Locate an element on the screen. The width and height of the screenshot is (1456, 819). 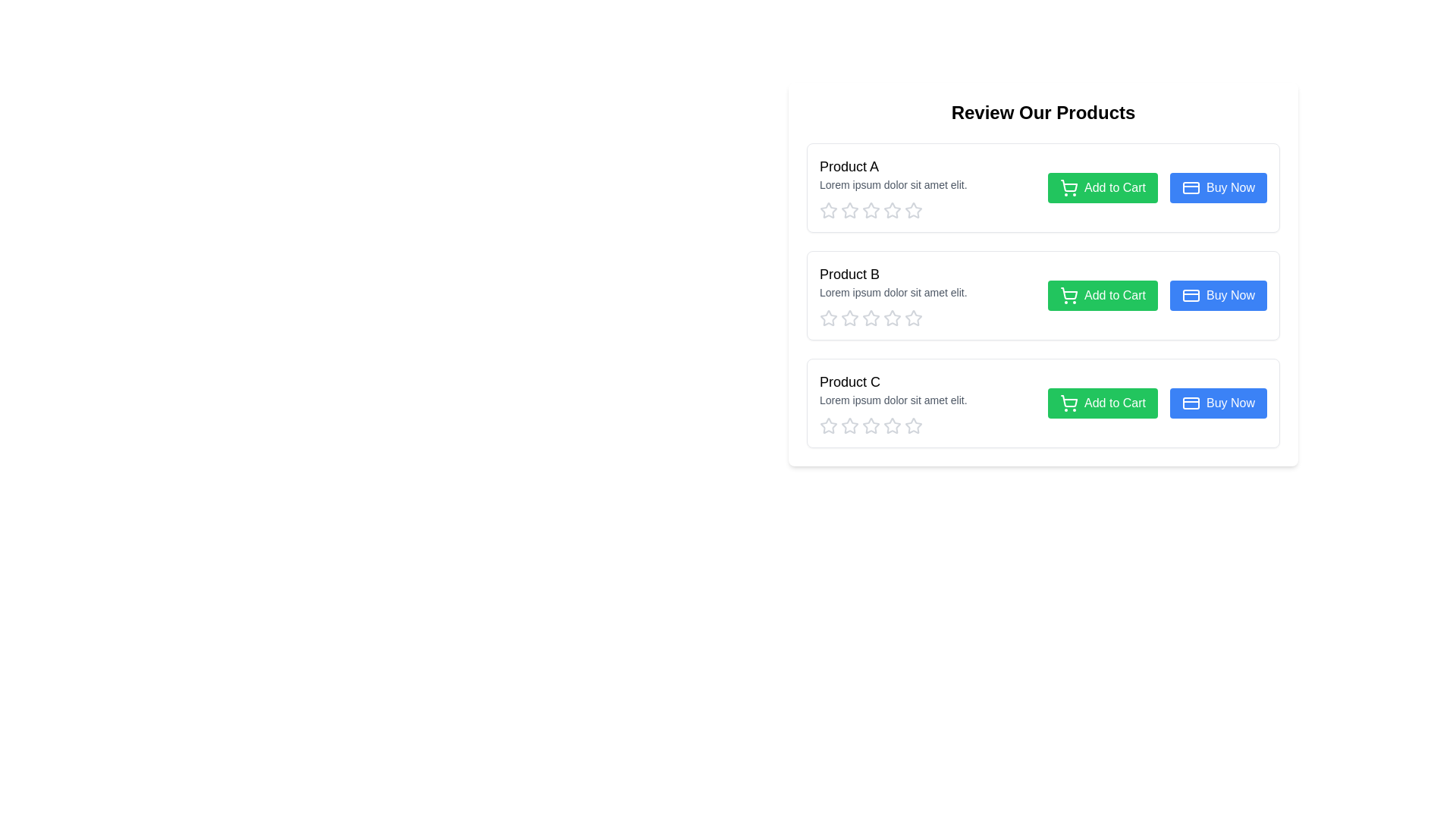
the third star icon in the rating system for 'Product C' is located at coordinates (912, 425).